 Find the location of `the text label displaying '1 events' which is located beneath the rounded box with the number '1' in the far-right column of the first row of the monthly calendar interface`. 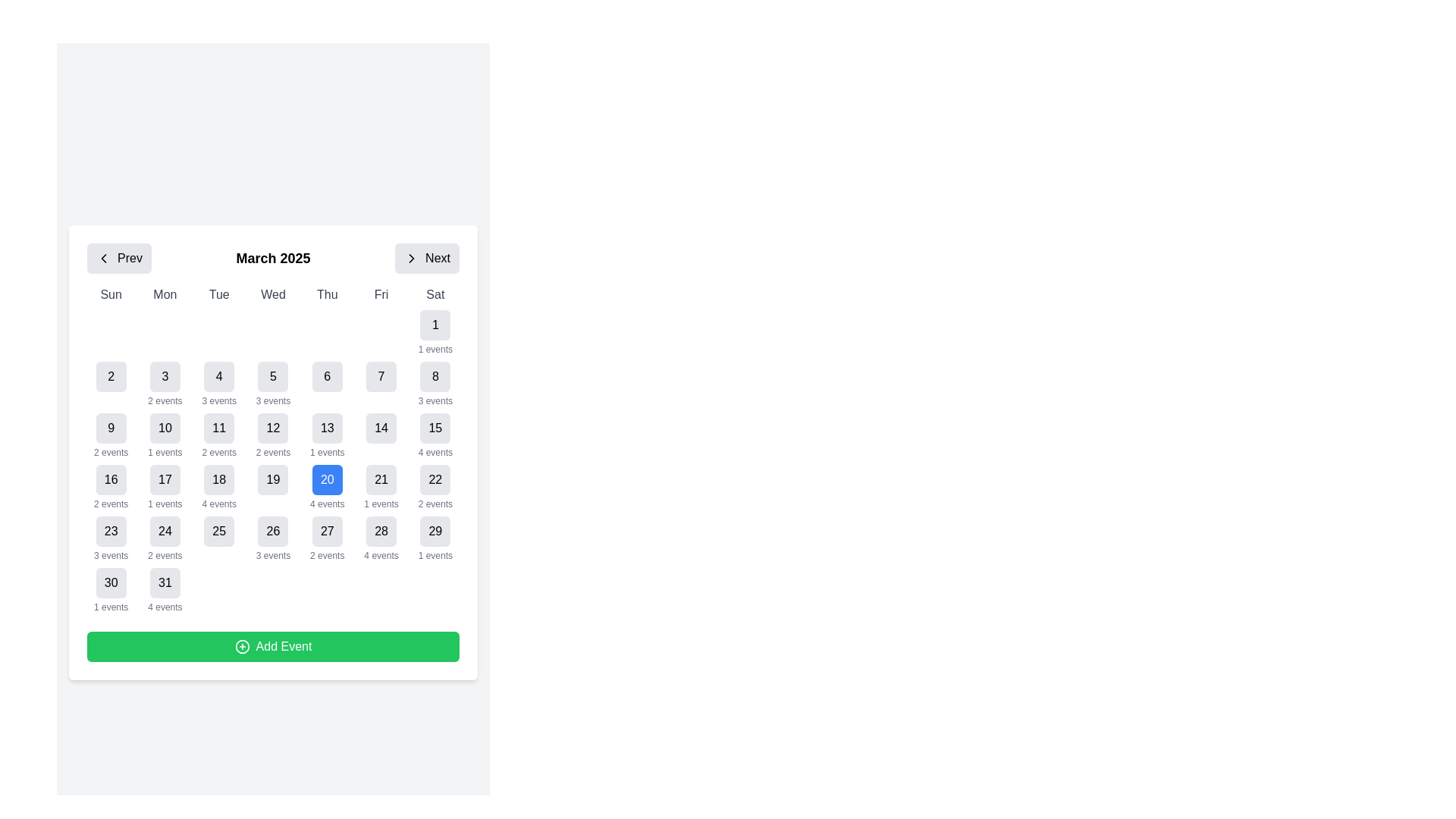

the text label displaying '1 events' which is located beneath the rounded box with the number '1' in the far-right column of the first row of the monthly calendar interface is located at coordinates (165, 452).